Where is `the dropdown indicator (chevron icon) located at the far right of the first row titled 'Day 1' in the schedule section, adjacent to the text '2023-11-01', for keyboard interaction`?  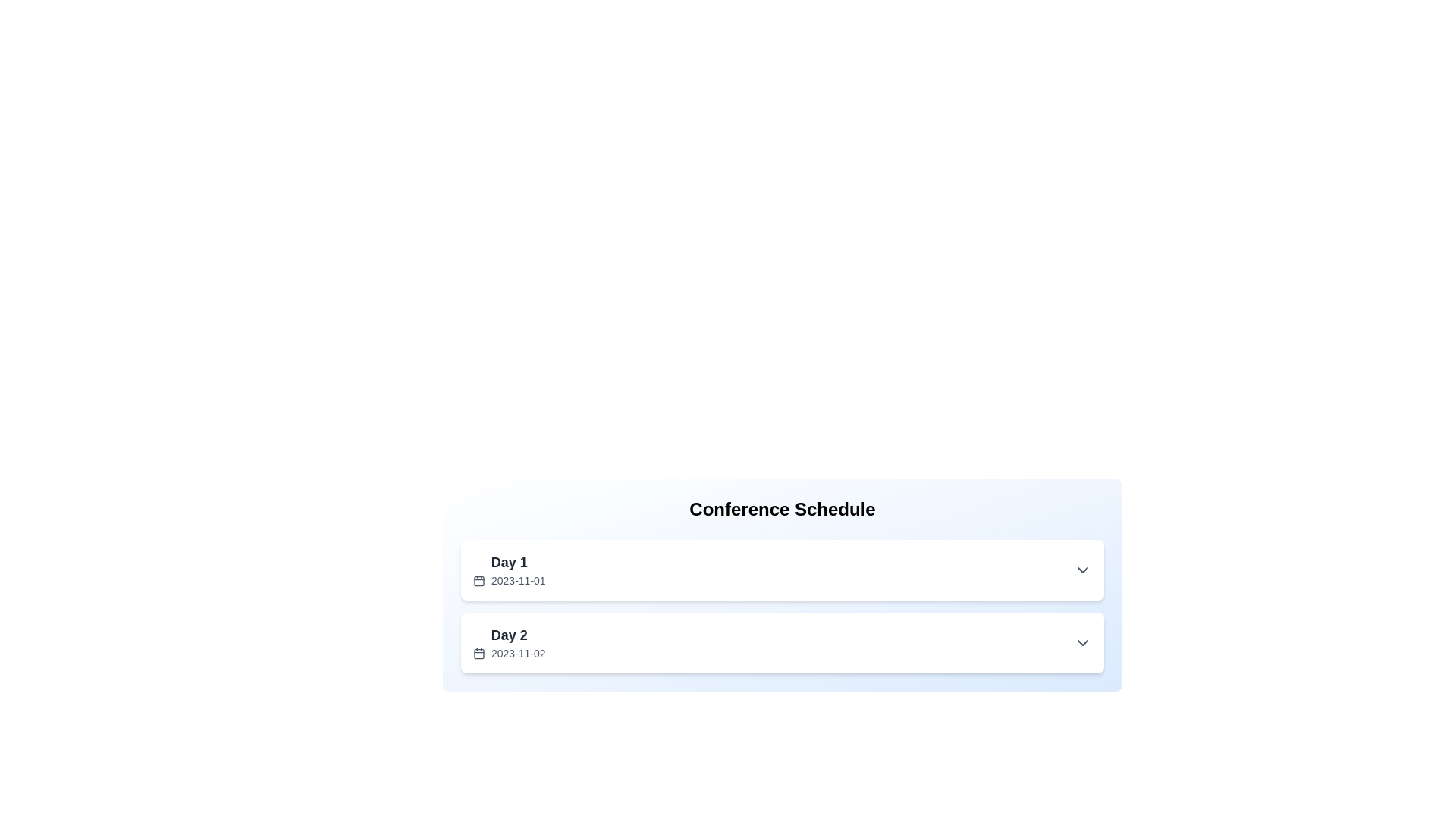 the dropdown indicator (chevron icon) located at the far right of the first row titled 'Day 1' in the schedule section, adjacent to the text '2023-11-01', for keyboard interaction is located at coordinates (1082, 570).